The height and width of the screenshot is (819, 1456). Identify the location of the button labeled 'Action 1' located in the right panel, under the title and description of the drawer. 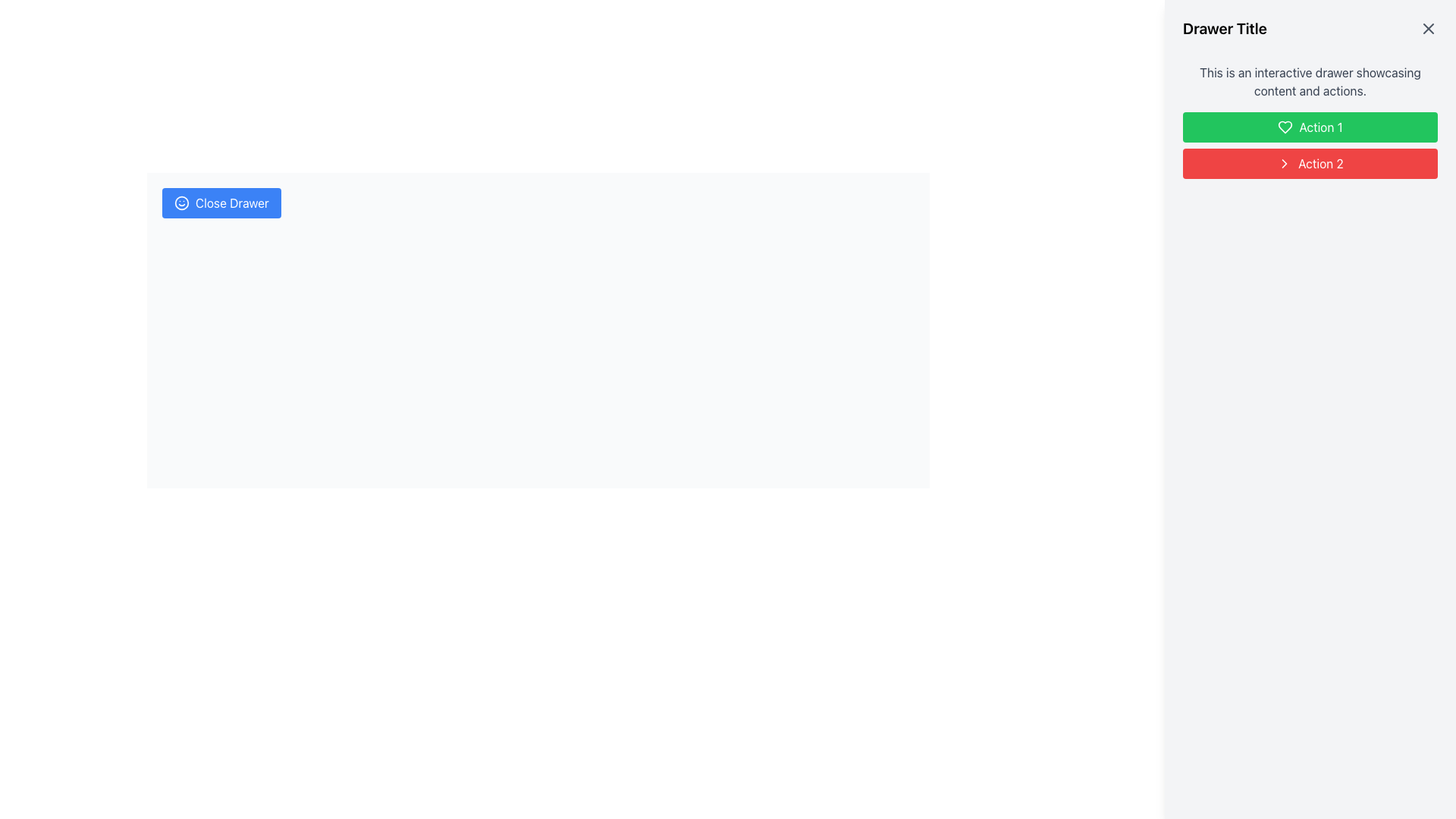
(1310, 127).